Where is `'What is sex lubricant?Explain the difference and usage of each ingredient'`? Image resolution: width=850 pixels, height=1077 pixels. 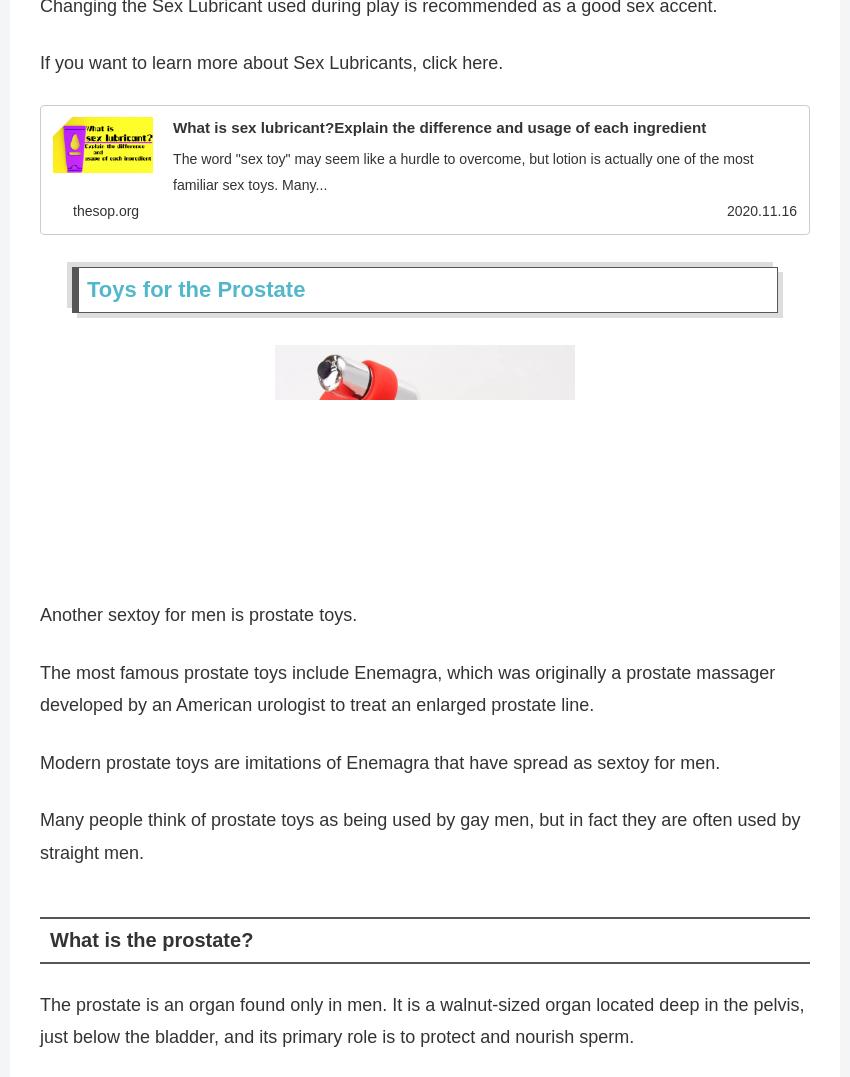 'What is sex lubricant?Explain the difference and usage of each ingredient' is located at coordinates (438, 131).